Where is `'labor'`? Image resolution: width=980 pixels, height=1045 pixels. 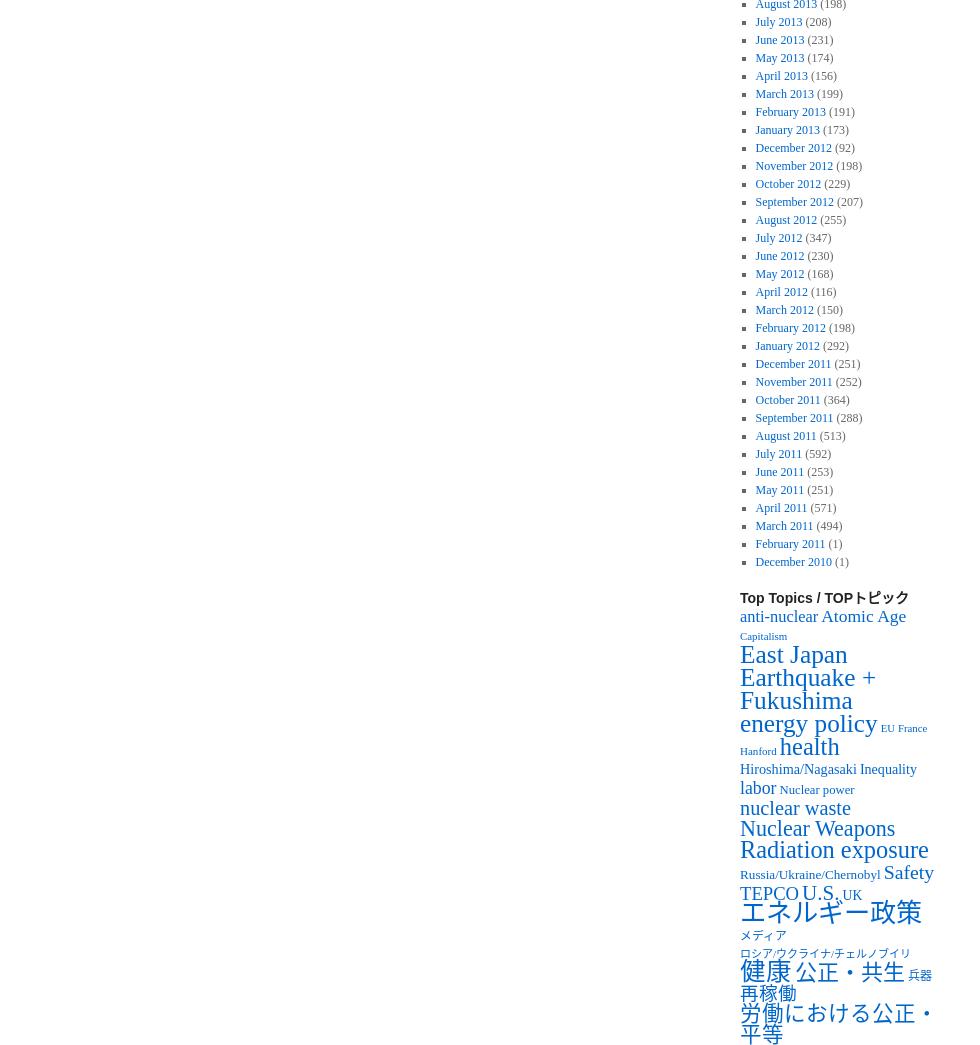
'labor' is located at coordinates (758, 788).